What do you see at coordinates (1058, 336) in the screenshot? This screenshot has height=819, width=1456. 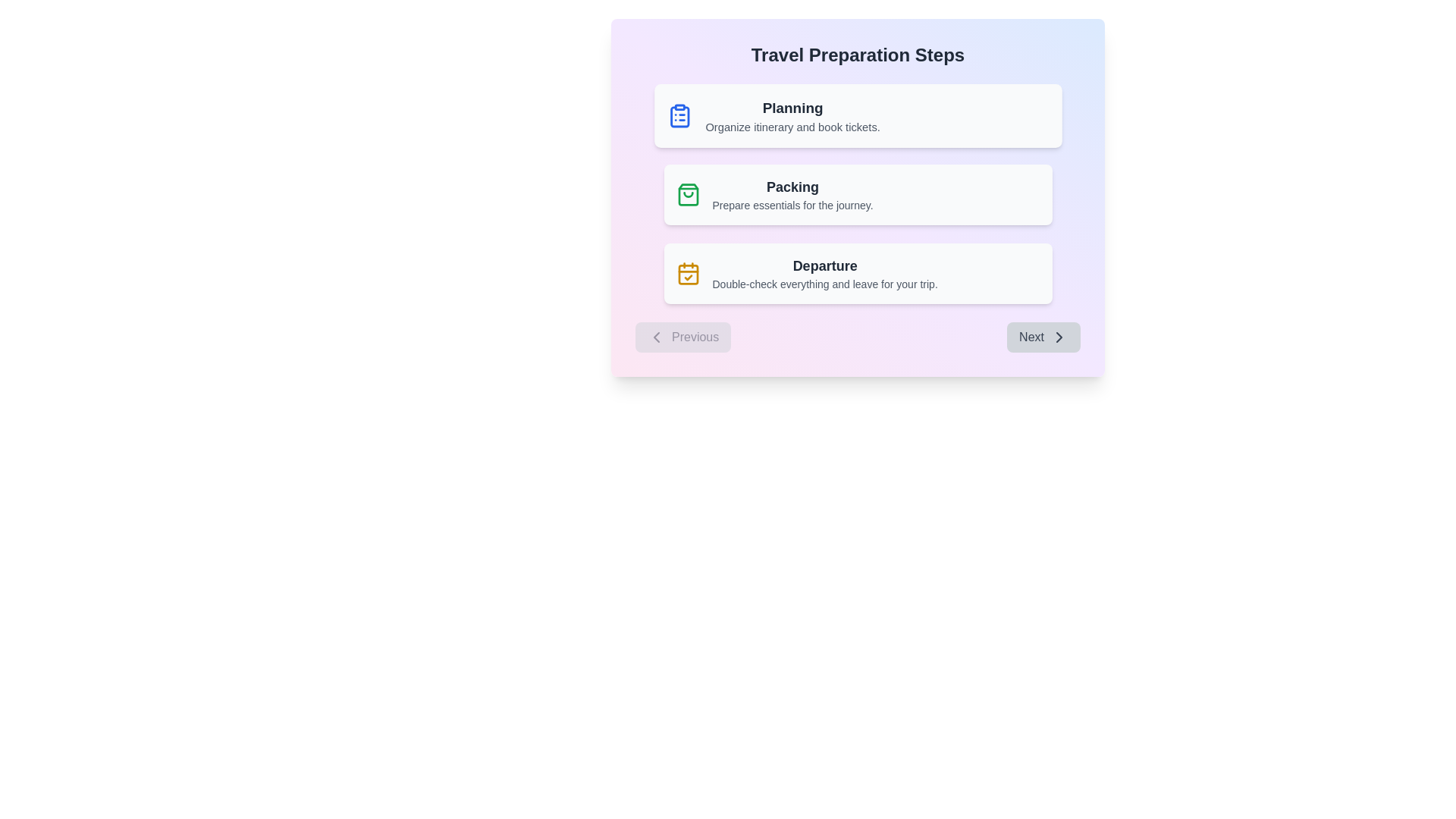 I see `the small right-pointing chevron icon within the 'Next' button located at the bottom-right corner of the interface` at bounding box center [1058, 336].